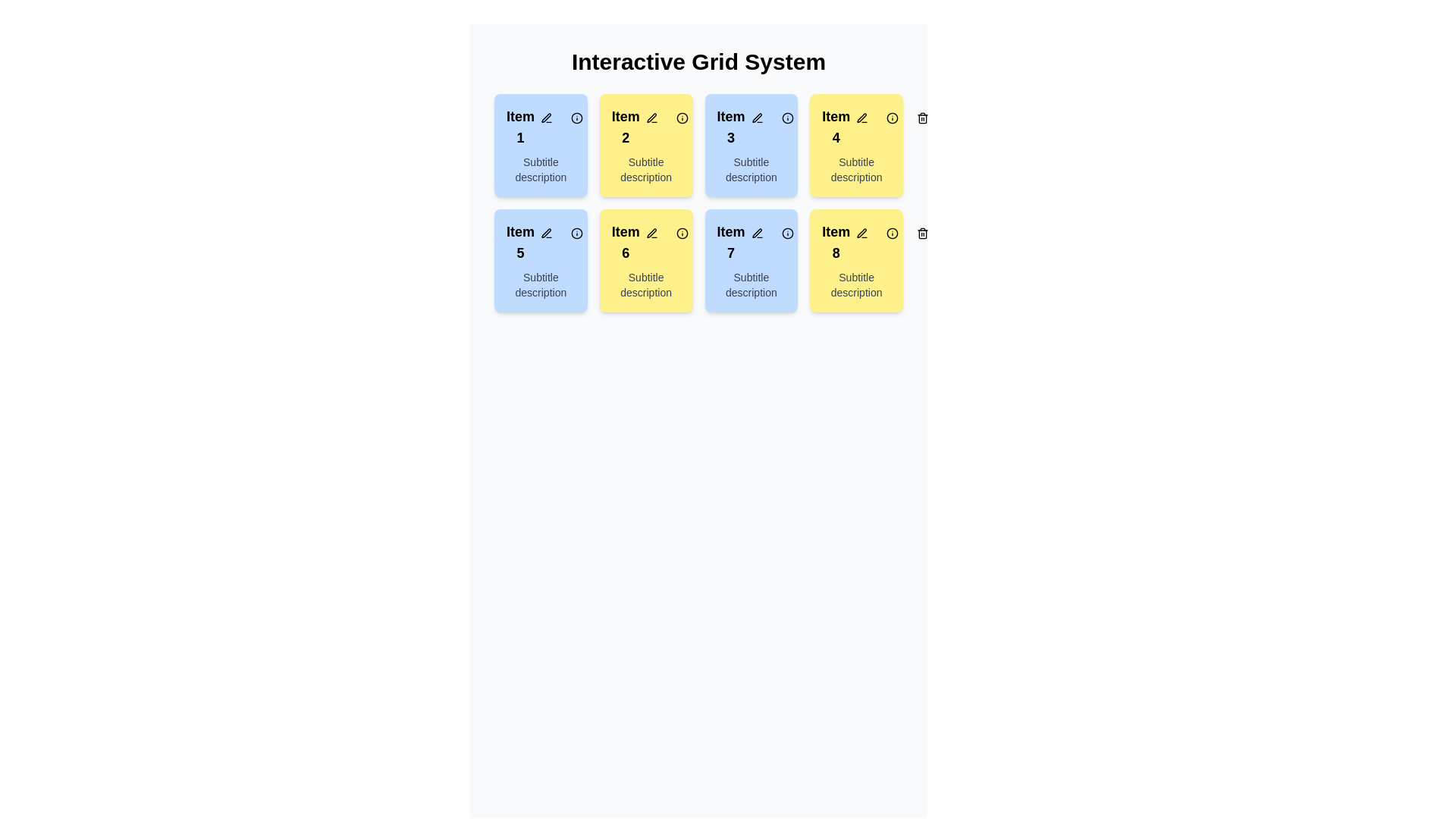  What do you see at coordinates (520, 127) in the screenshot?
I see `the static text label element displaying 'Item 1', which is located at the top-left corner of the interactive grid layout` at bounding box center [520, 127].